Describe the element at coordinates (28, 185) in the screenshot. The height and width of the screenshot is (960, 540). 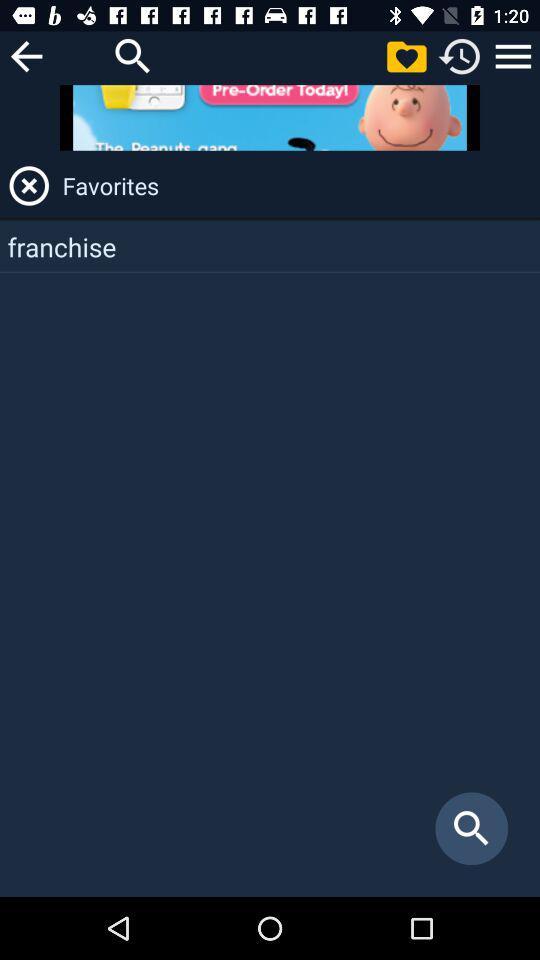
I see `it indicates the unfavorite icon` at that location.